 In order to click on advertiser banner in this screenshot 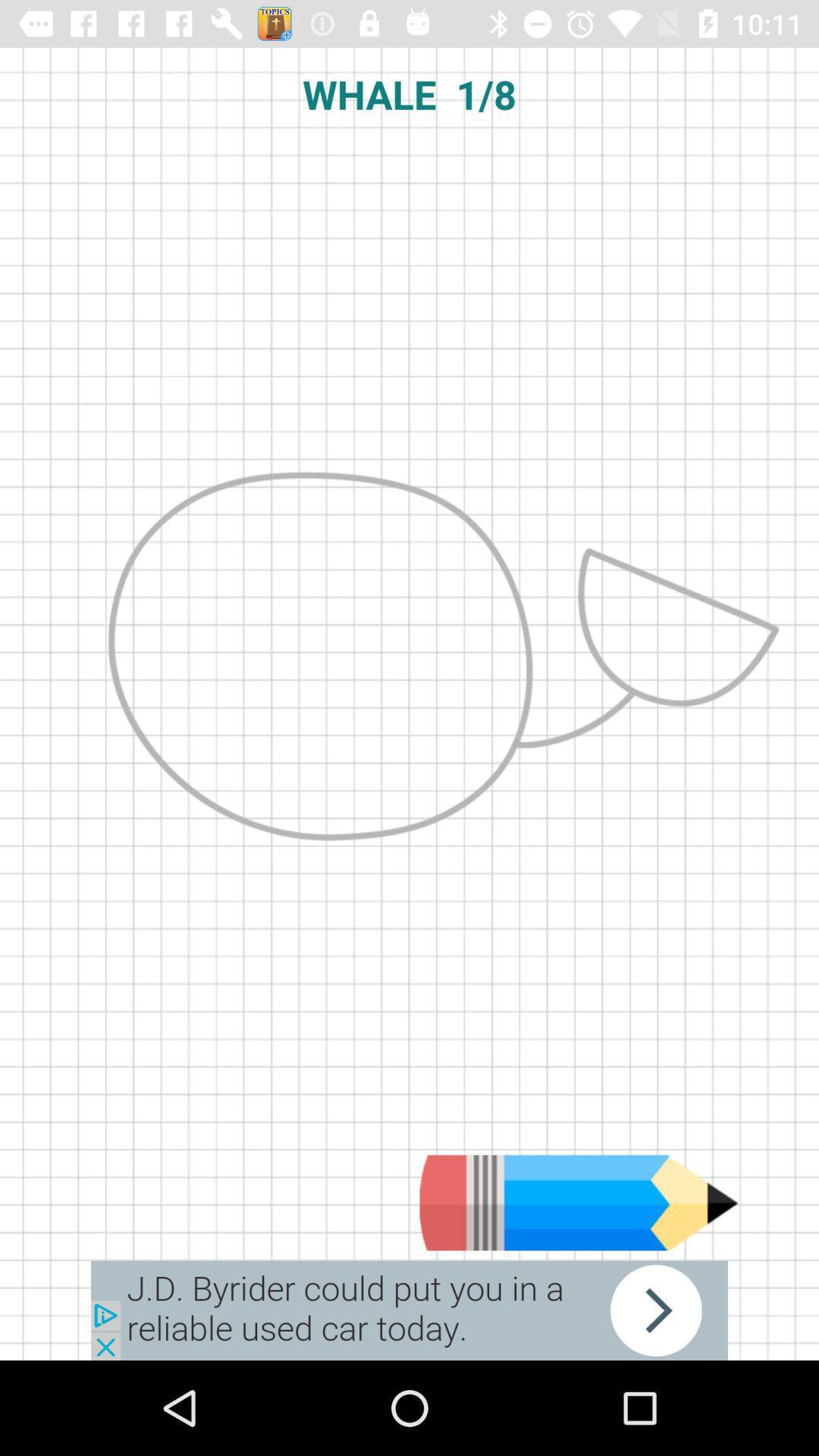, I will do `click(409, 1310)`.